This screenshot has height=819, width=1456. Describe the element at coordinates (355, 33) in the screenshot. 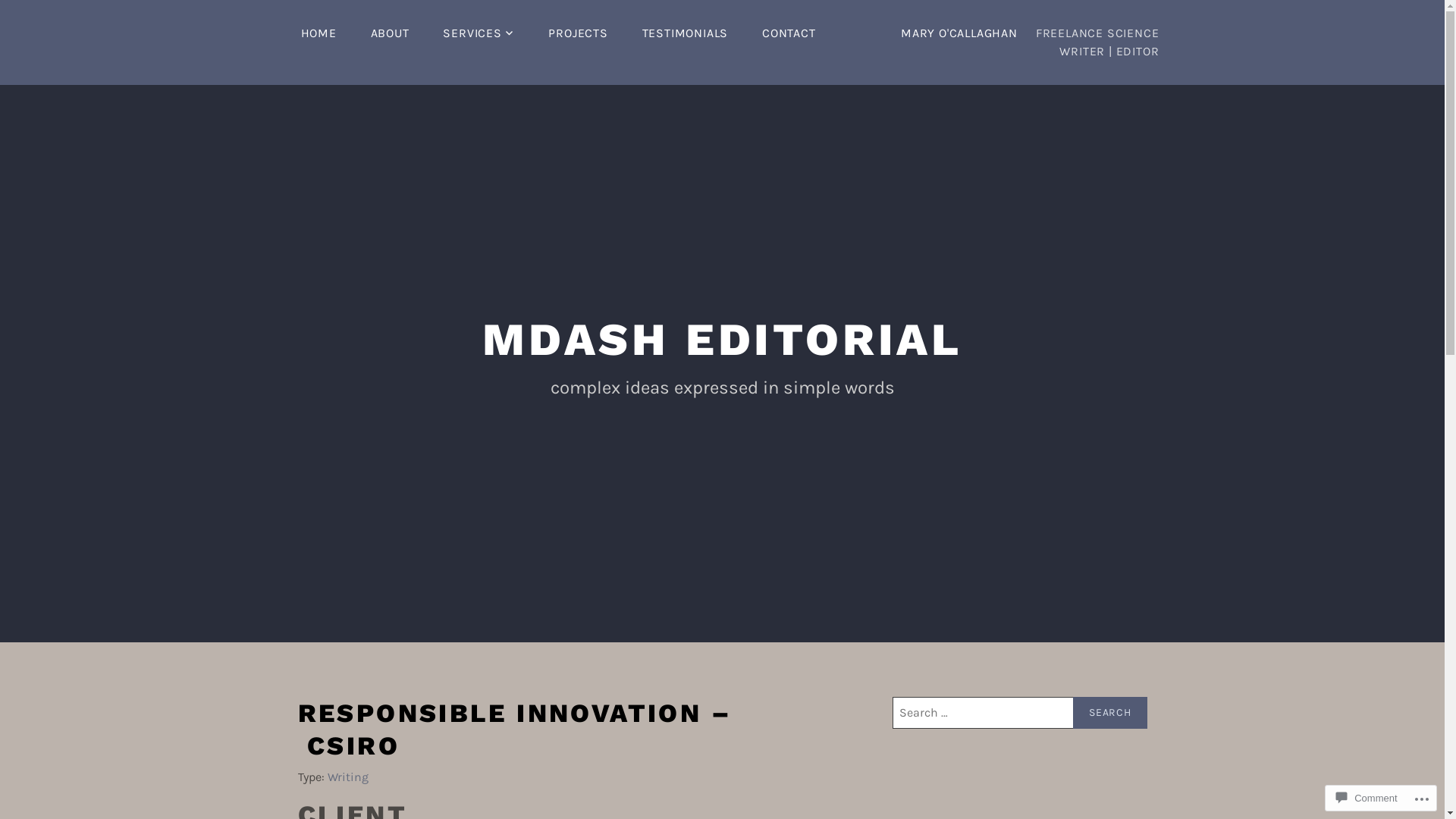

I see `'ABOUT'` at that location.